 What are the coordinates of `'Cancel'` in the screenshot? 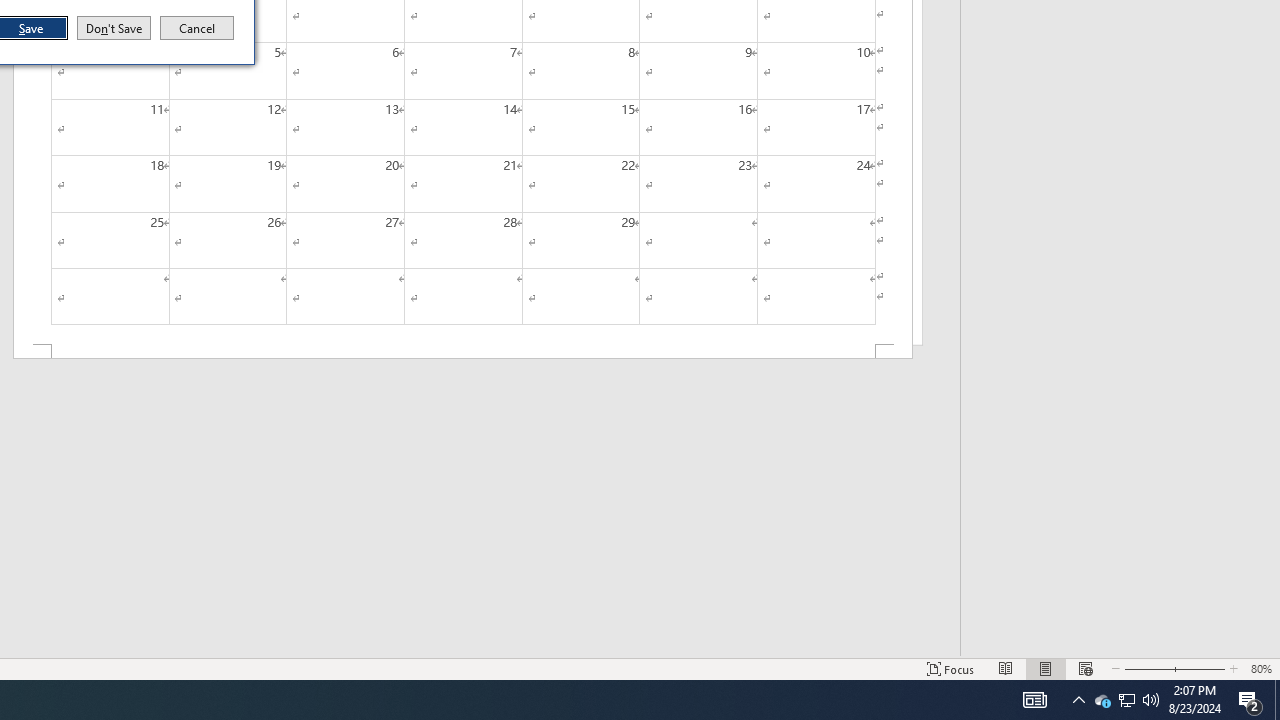 It's located at (197, 28).